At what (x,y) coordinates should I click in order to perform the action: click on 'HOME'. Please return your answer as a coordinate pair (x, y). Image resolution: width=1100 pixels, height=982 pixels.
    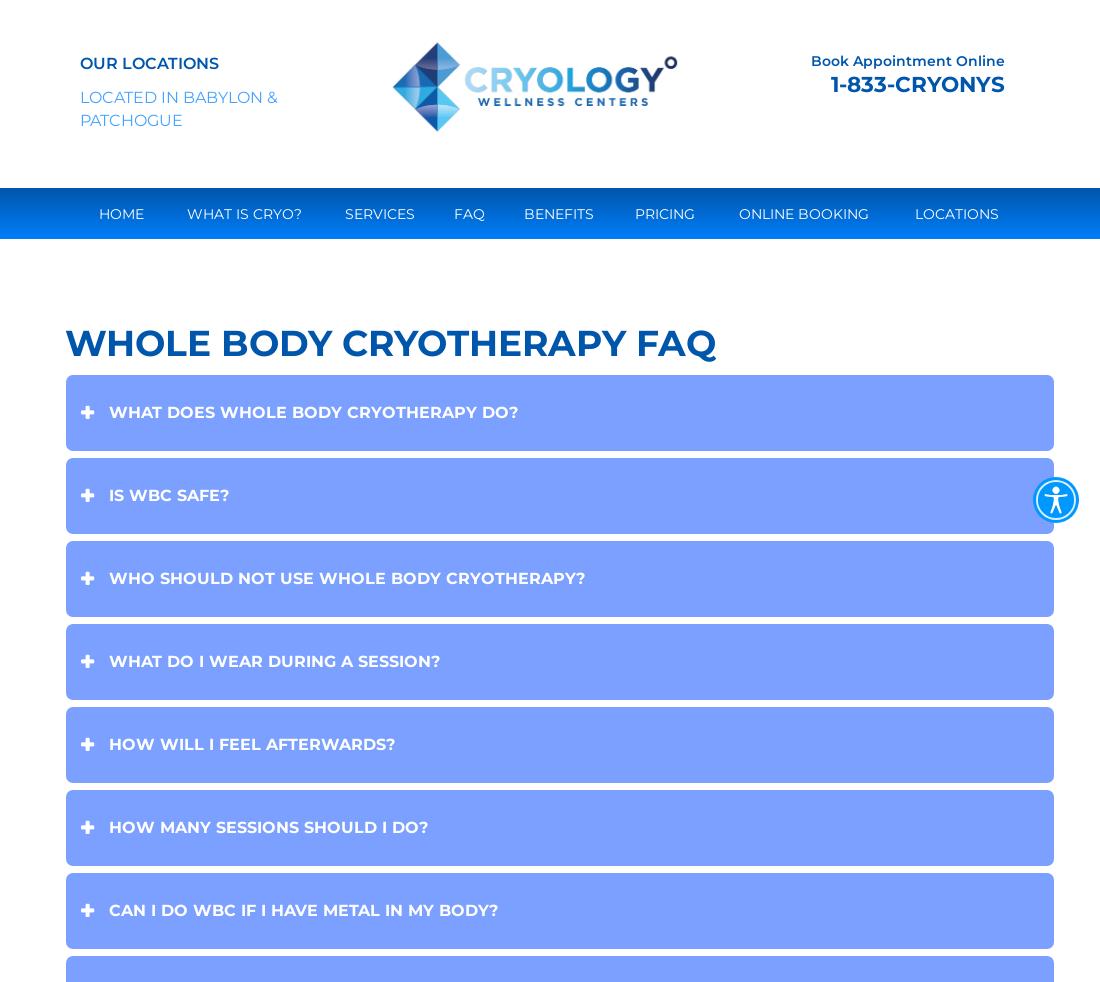
    Looking at the image, I should click on (121, 212).